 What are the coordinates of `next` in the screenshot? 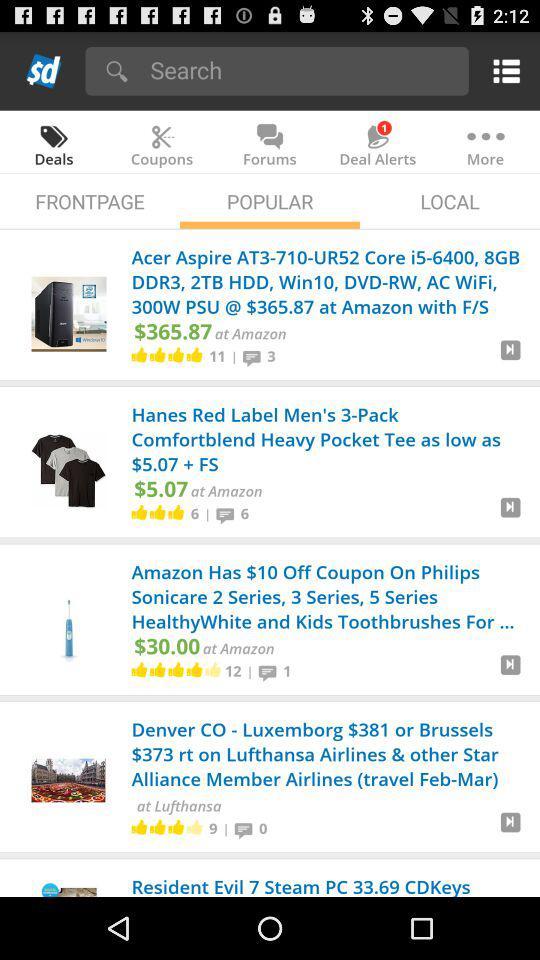 It's located at (510, 514).